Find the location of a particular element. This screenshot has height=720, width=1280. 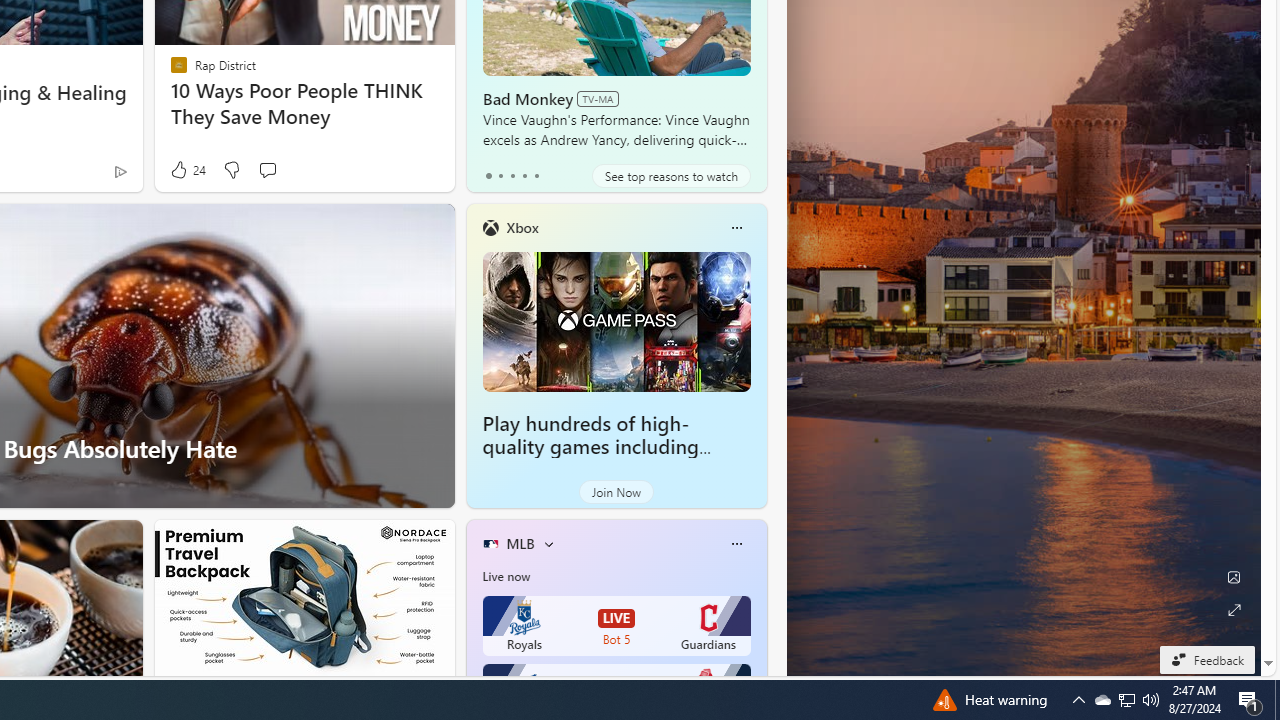

'Edit Background' is located at coordinates (1232, 577).